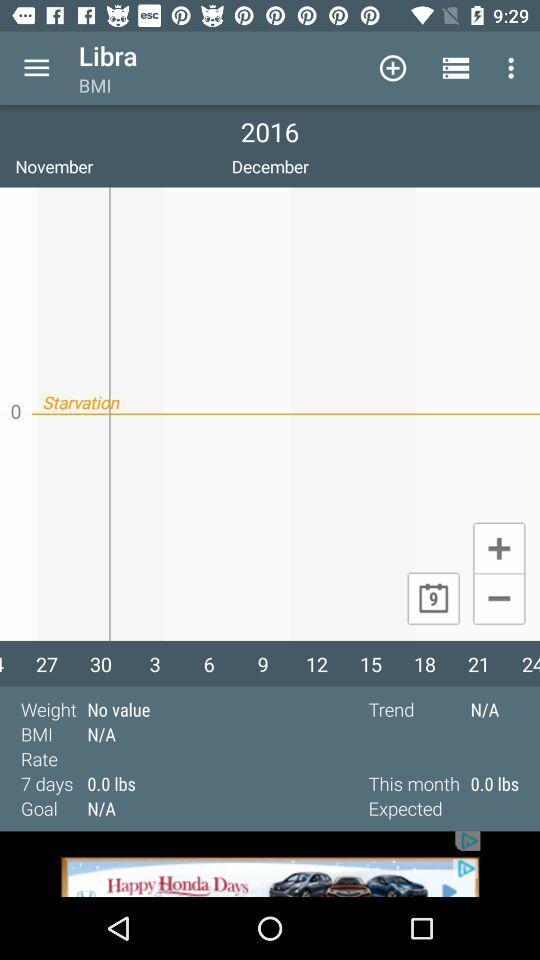 This screenshot has width=540, height=960. What do you see at coordinates (498, 600) in the screenshot?
I see `calculatar page` at bounding box center [498, 600].